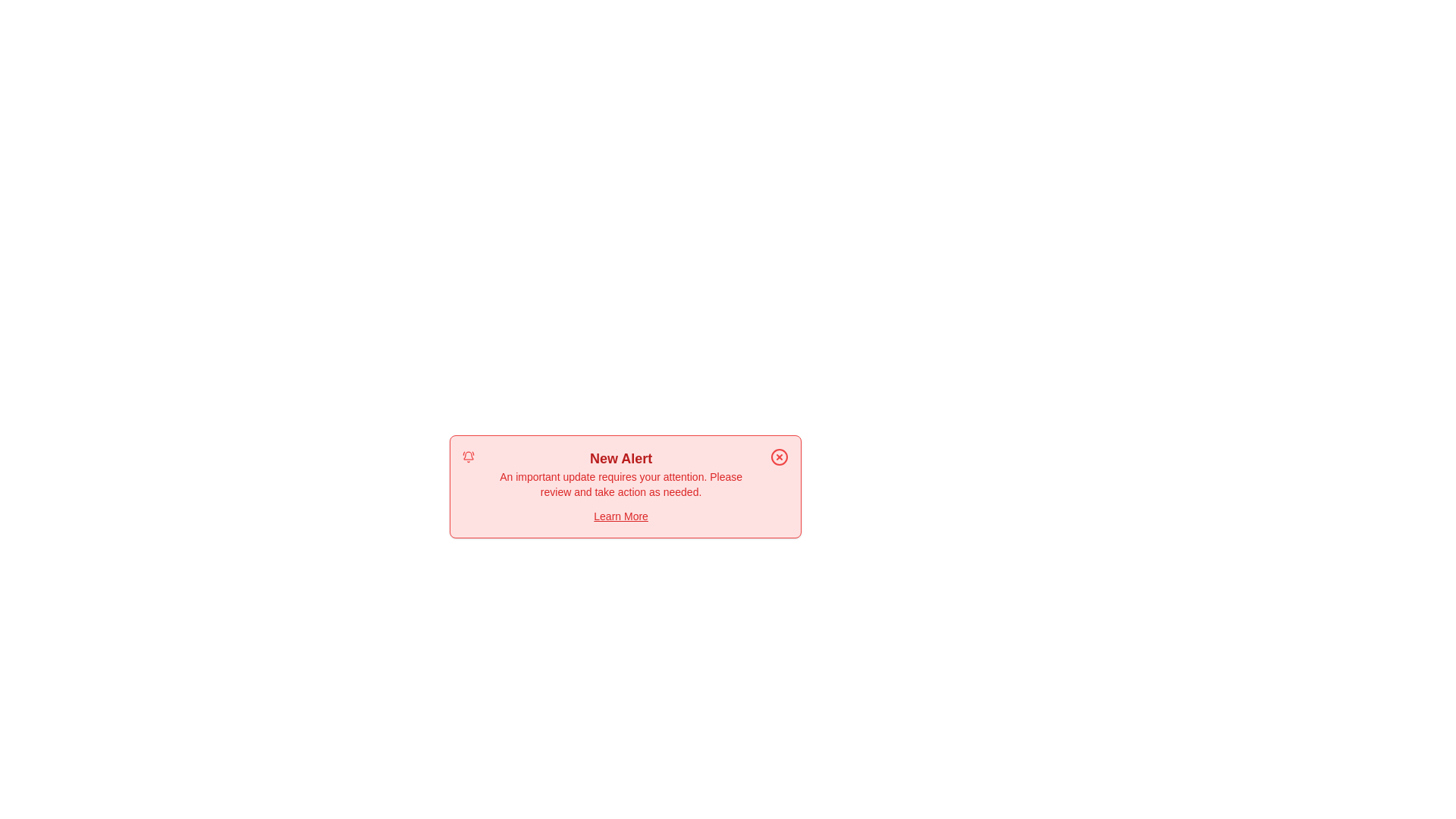  What do you see at coordinates (779, 456) in the screenshot?
I see `the close button (X icon) to hide the alert` at bounding box center [779, 456].